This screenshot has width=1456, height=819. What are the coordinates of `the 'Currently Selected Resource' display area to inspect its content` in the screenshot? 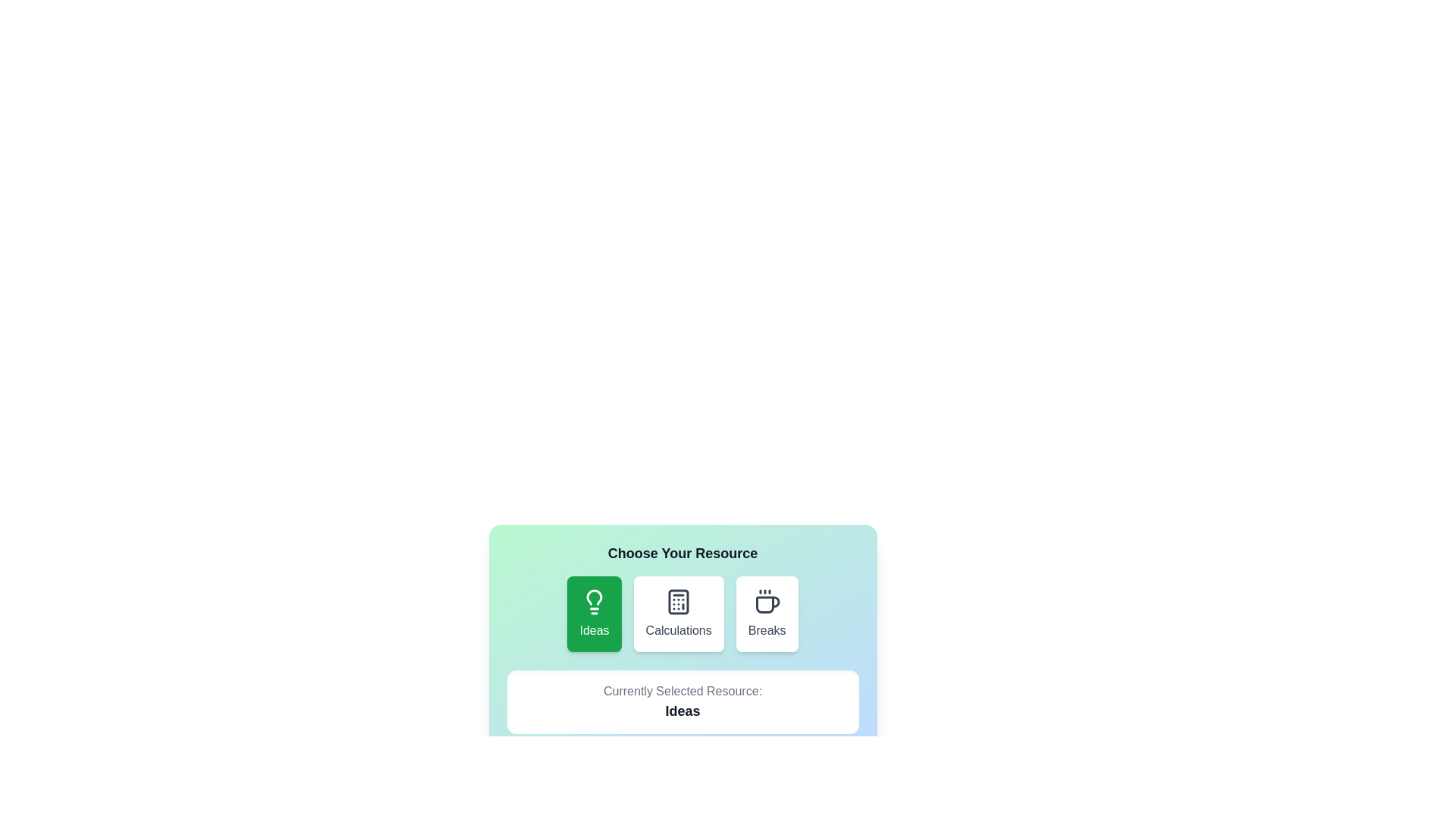 It's located at (682, 701).